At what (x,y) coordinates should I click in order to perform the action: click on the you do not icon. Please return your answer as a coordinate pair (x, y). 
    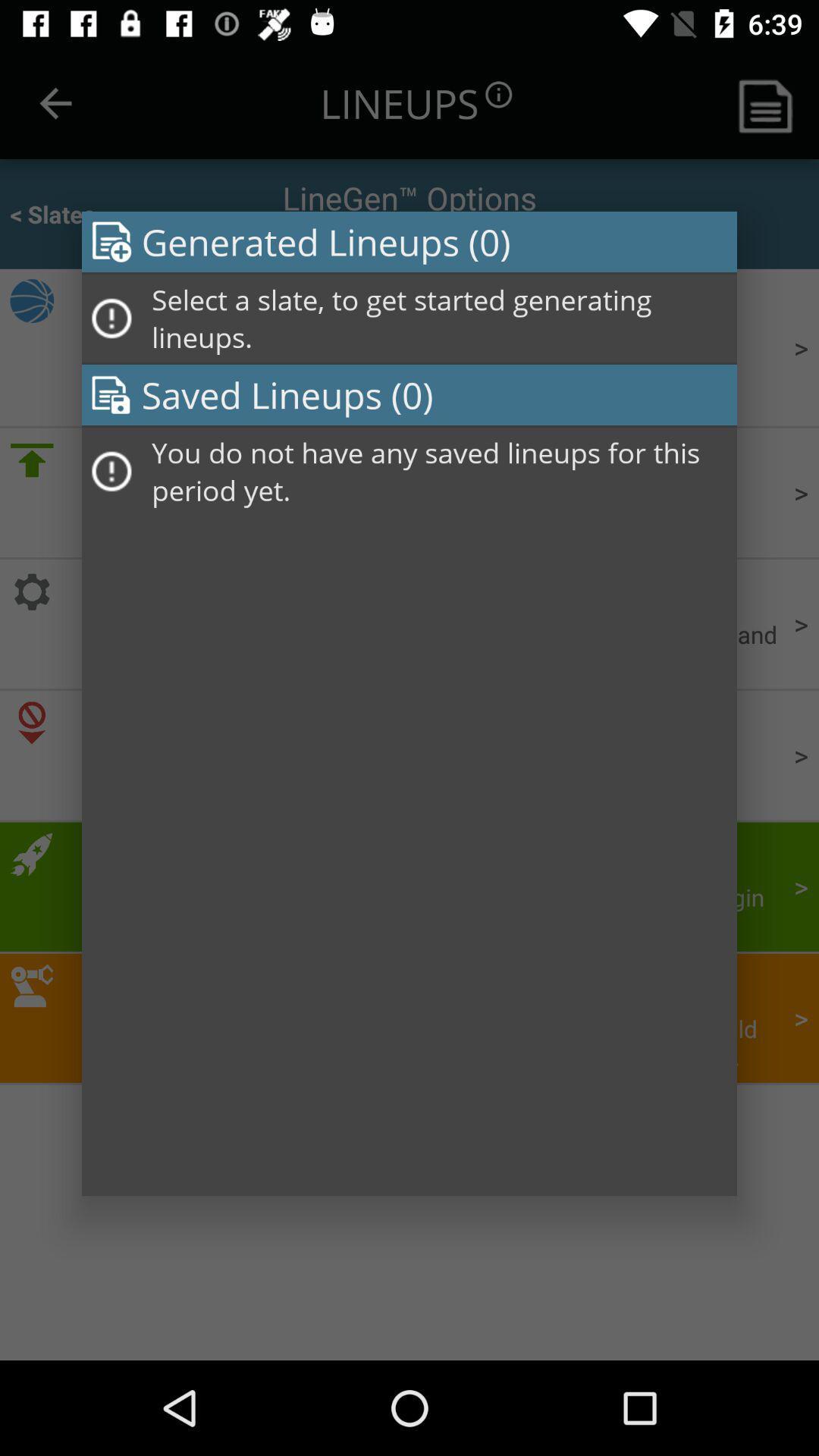
    Looking at the image, I should click on (439, 470).